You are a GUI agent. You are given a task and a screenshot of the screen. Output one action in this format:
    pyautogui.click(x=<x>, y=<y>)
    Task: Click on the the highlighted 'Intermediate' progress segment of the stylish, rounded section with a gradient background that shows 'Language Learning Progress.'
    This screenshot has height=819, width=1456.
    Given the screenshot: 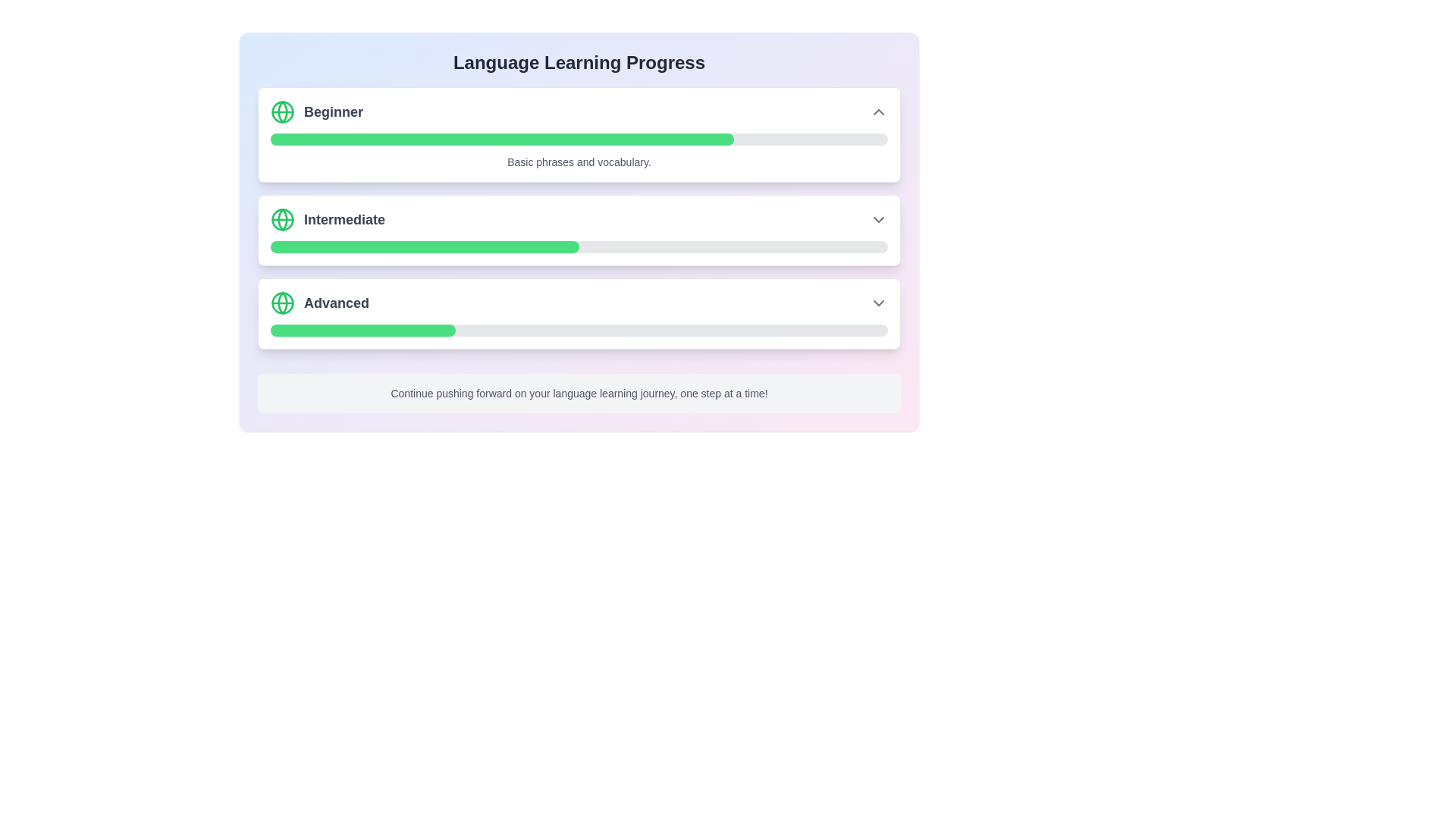 What is the action you would take?
    pyautogui.click(x=578, y=231)
    